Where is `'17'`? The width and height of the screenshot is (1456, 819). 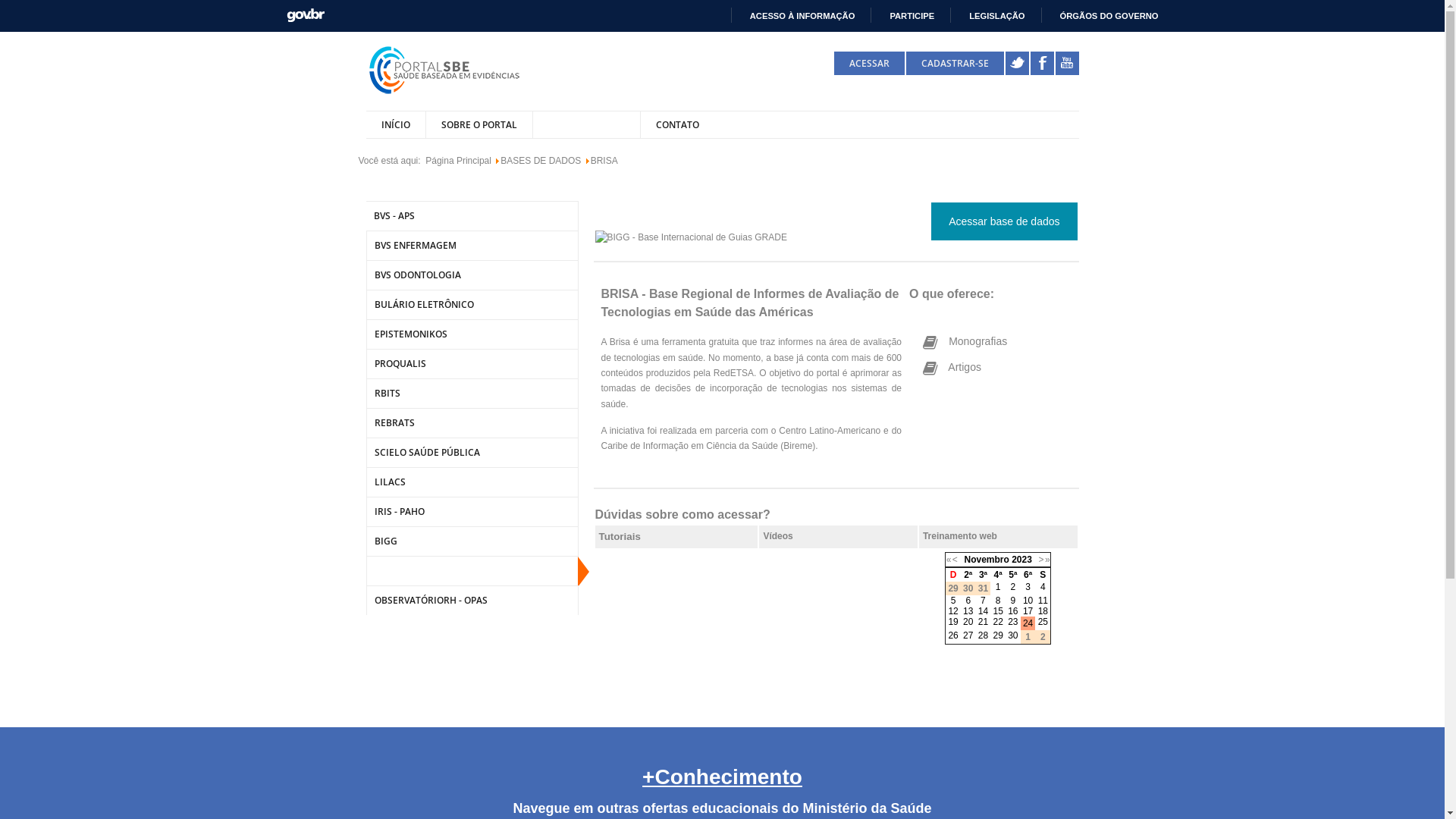 '17' is located at coordinates (1022, 610).